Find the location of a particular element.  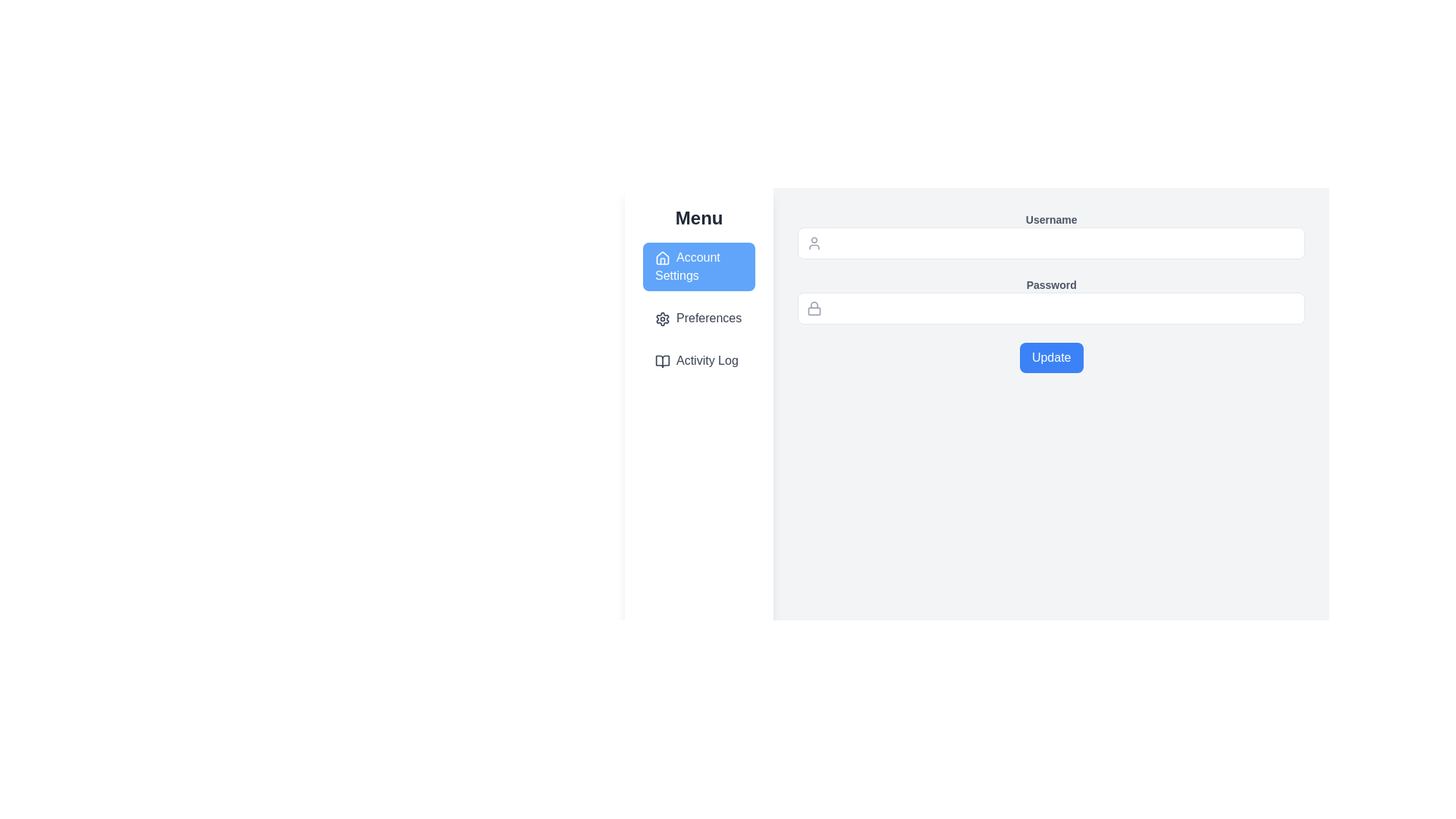

the 'Password' text label, which is styled in bold with a muted gray tone, located above the password input field is located at coordinates (1050, 284).